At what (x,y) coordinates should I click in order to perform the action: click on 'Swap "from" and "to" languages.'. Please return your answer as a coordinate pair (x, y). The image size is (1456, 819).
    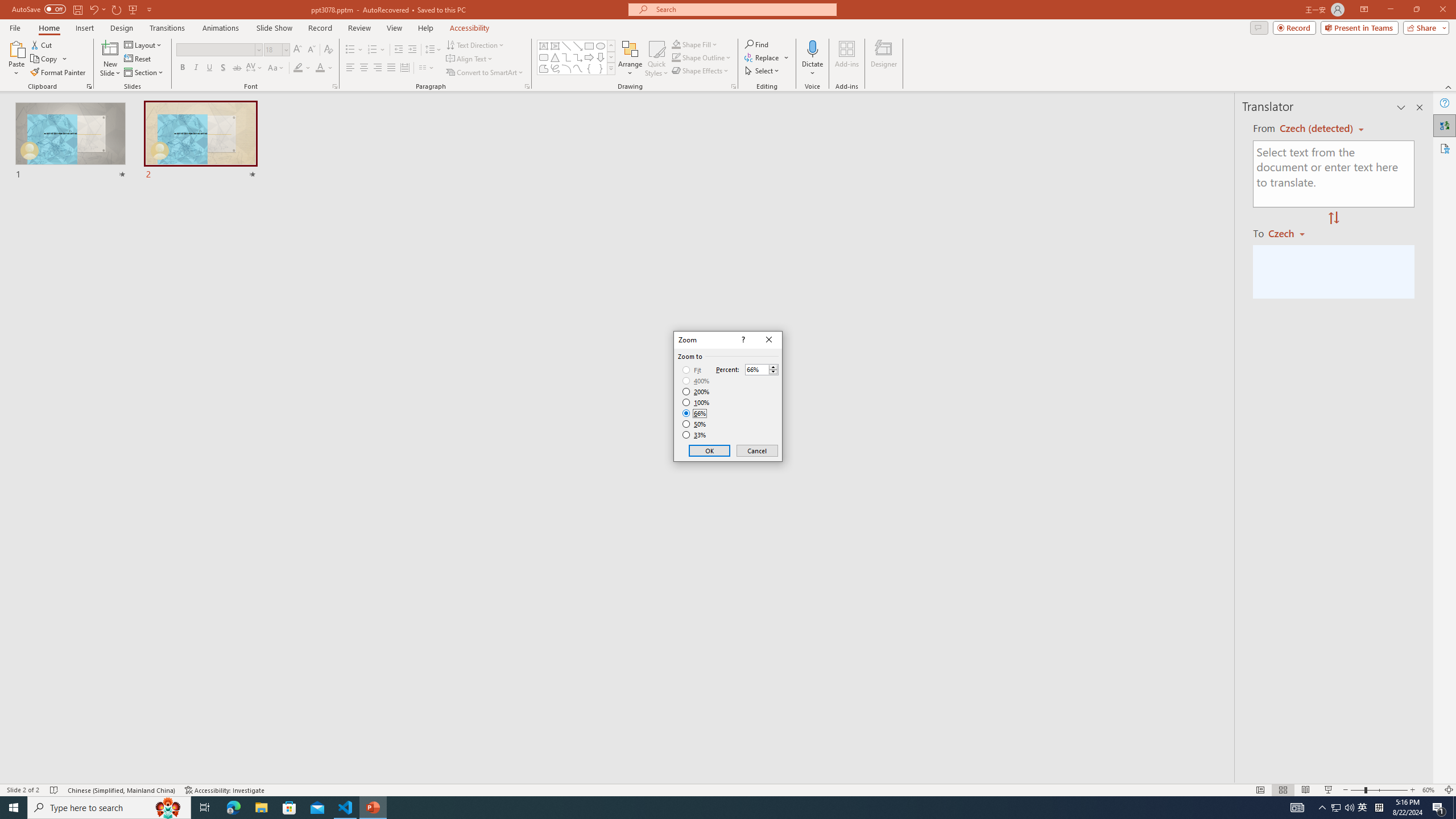
    Looking at the image, I should click on (1333, 218).